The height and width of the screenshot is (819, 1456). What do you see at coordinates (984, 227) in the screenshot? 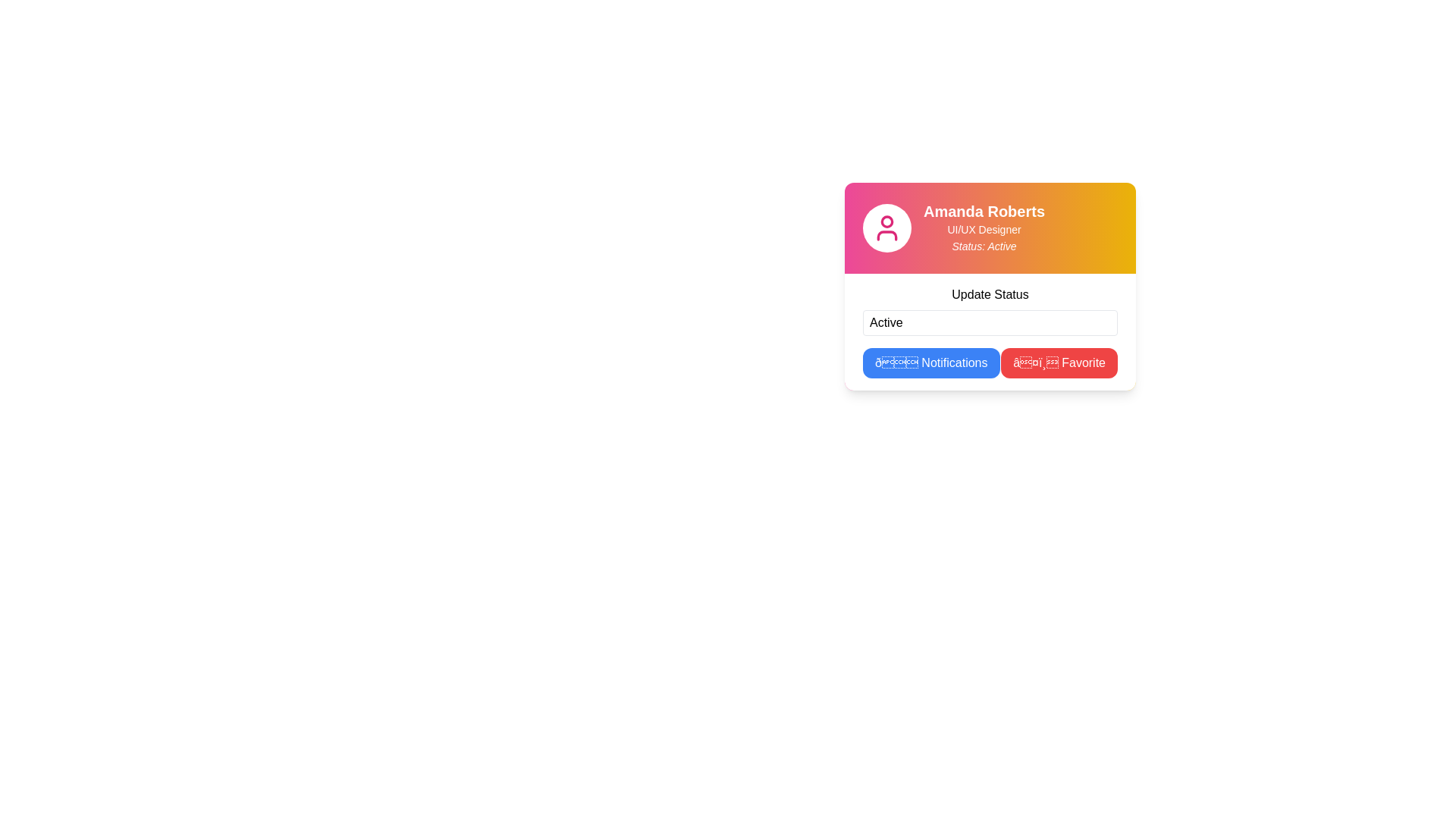
I see `the textual information display component that provides identifying and role-related information about 'Amanda Roberts' to retrieve additional information` at bounding box center [984, 227].